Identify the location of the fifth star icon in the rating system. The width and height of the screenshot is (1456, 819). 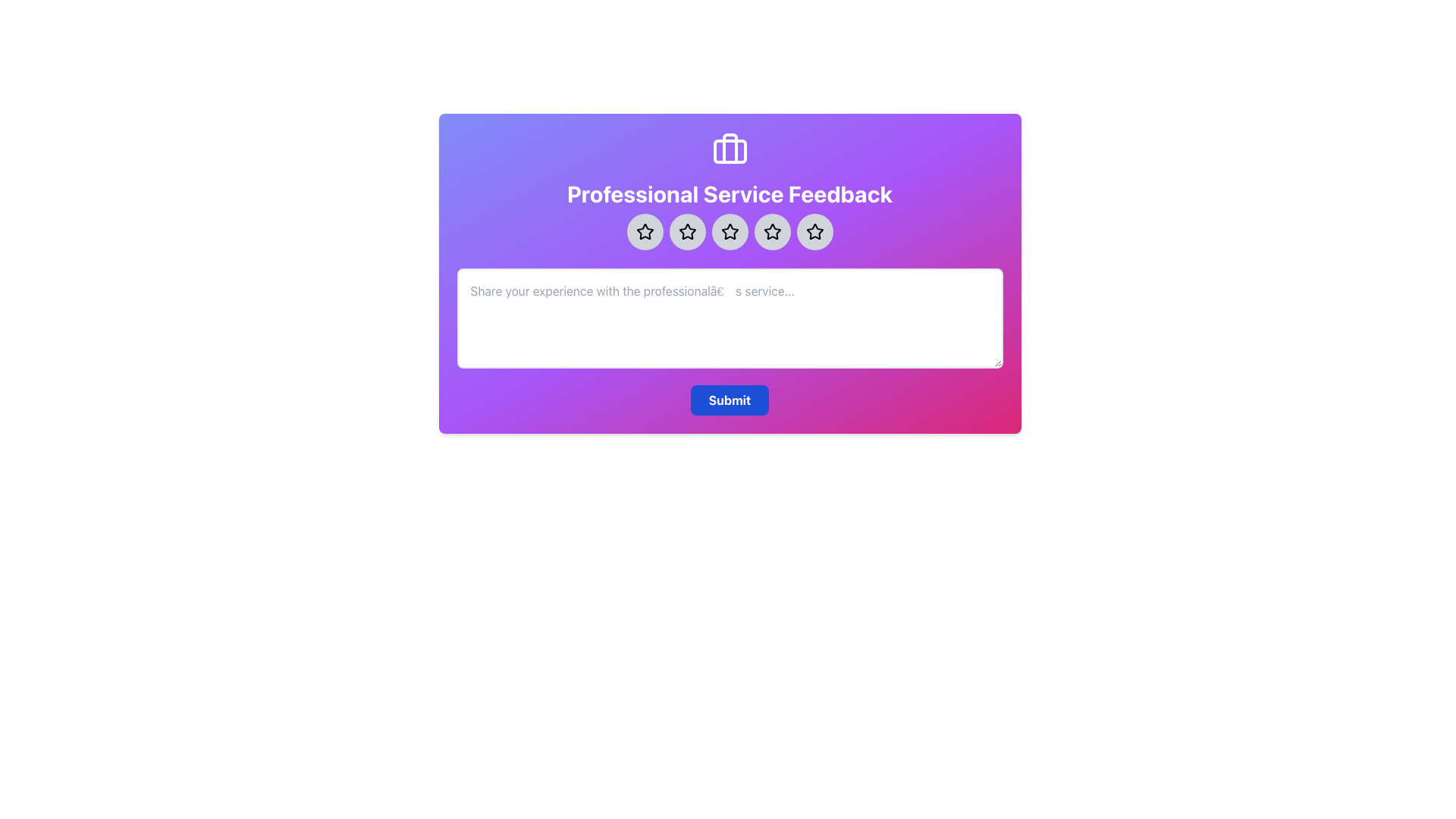
(814, 231).